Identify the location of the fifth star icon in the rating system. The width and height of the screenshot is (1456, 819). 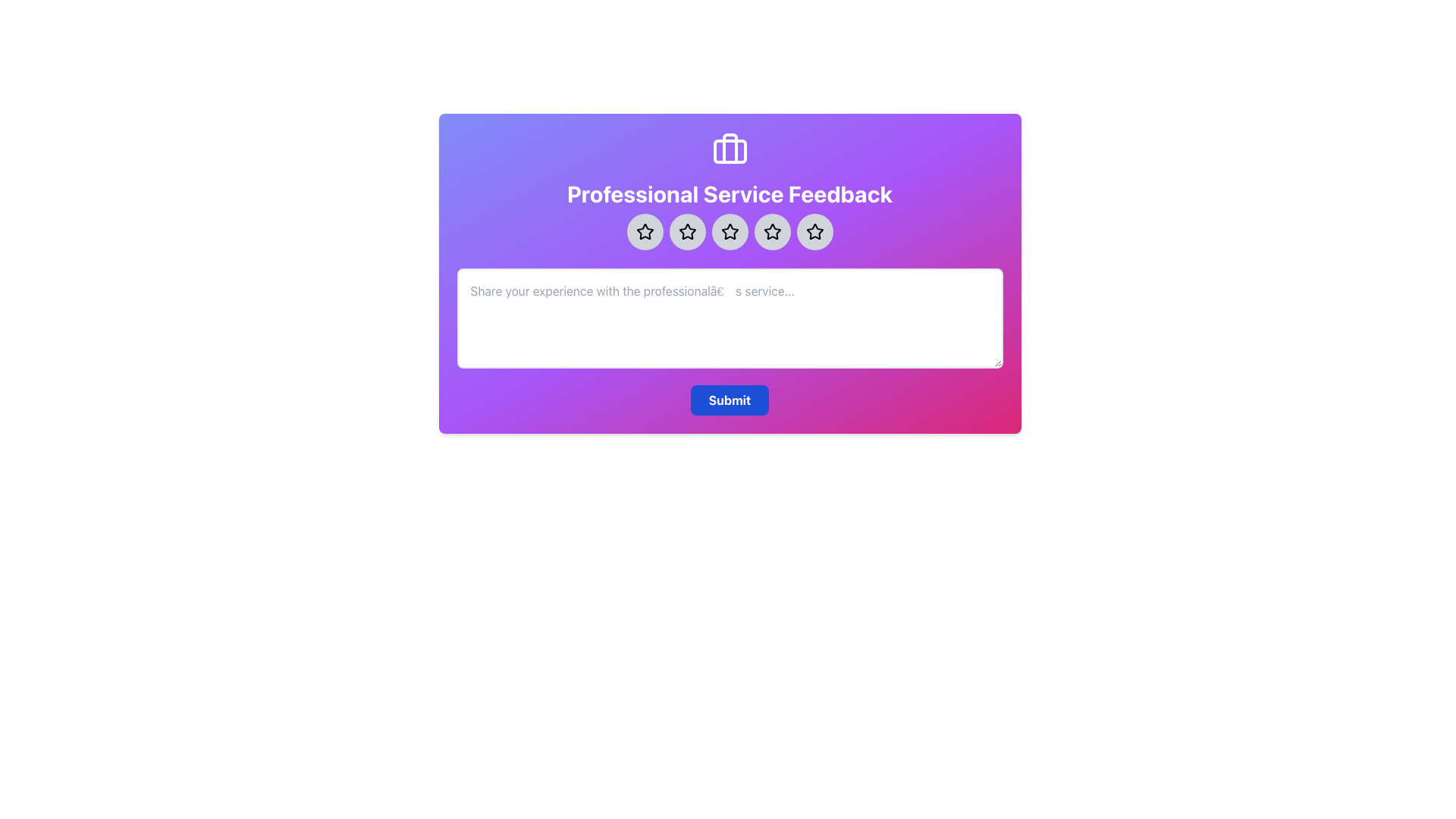
(814, 231).